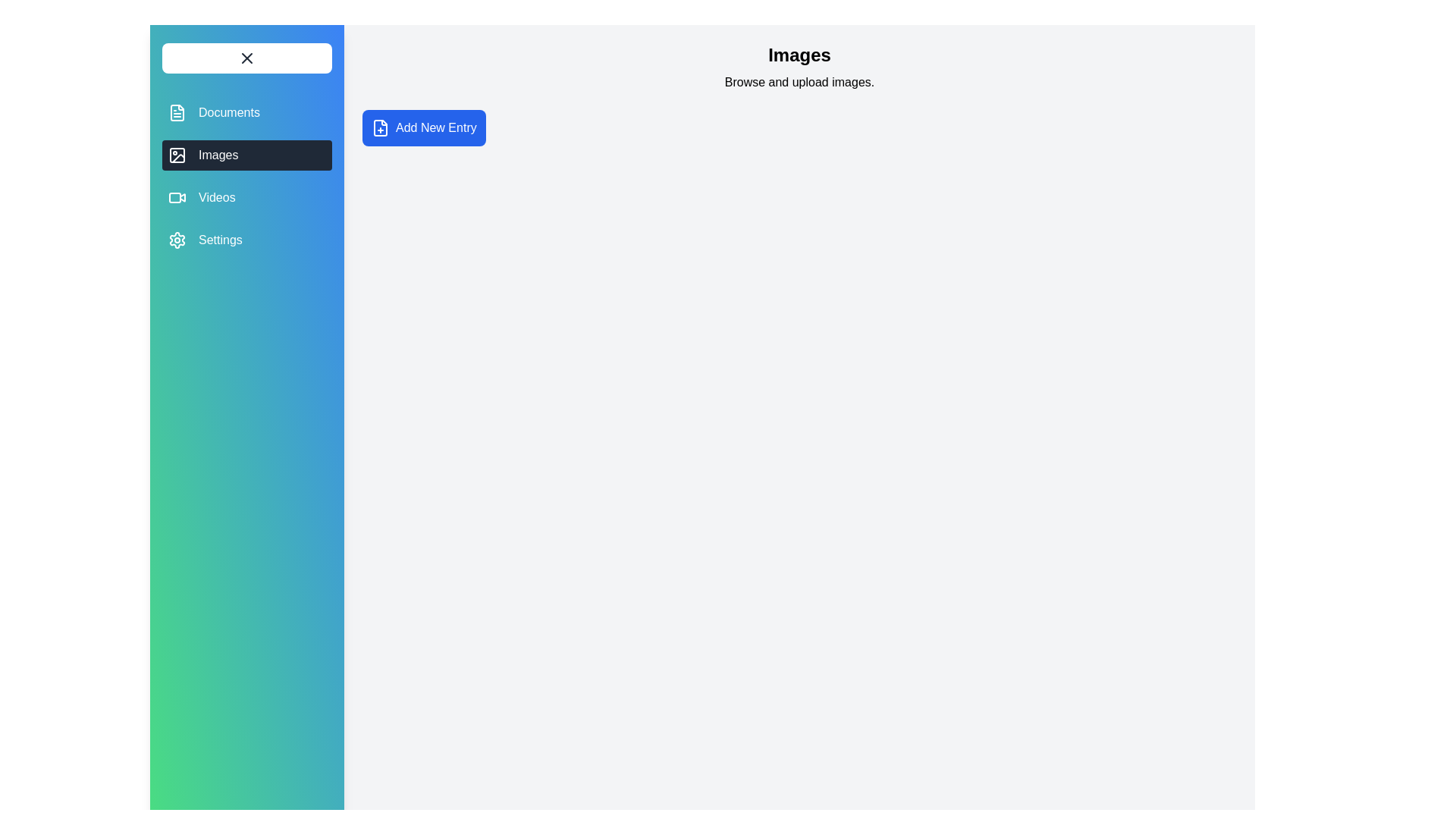 The height and width of the screenshot is (819, 1456). Describe the element at coordinates (247, 155) in the screenshot. I see `the Images tab from the navigation menu` at that location.